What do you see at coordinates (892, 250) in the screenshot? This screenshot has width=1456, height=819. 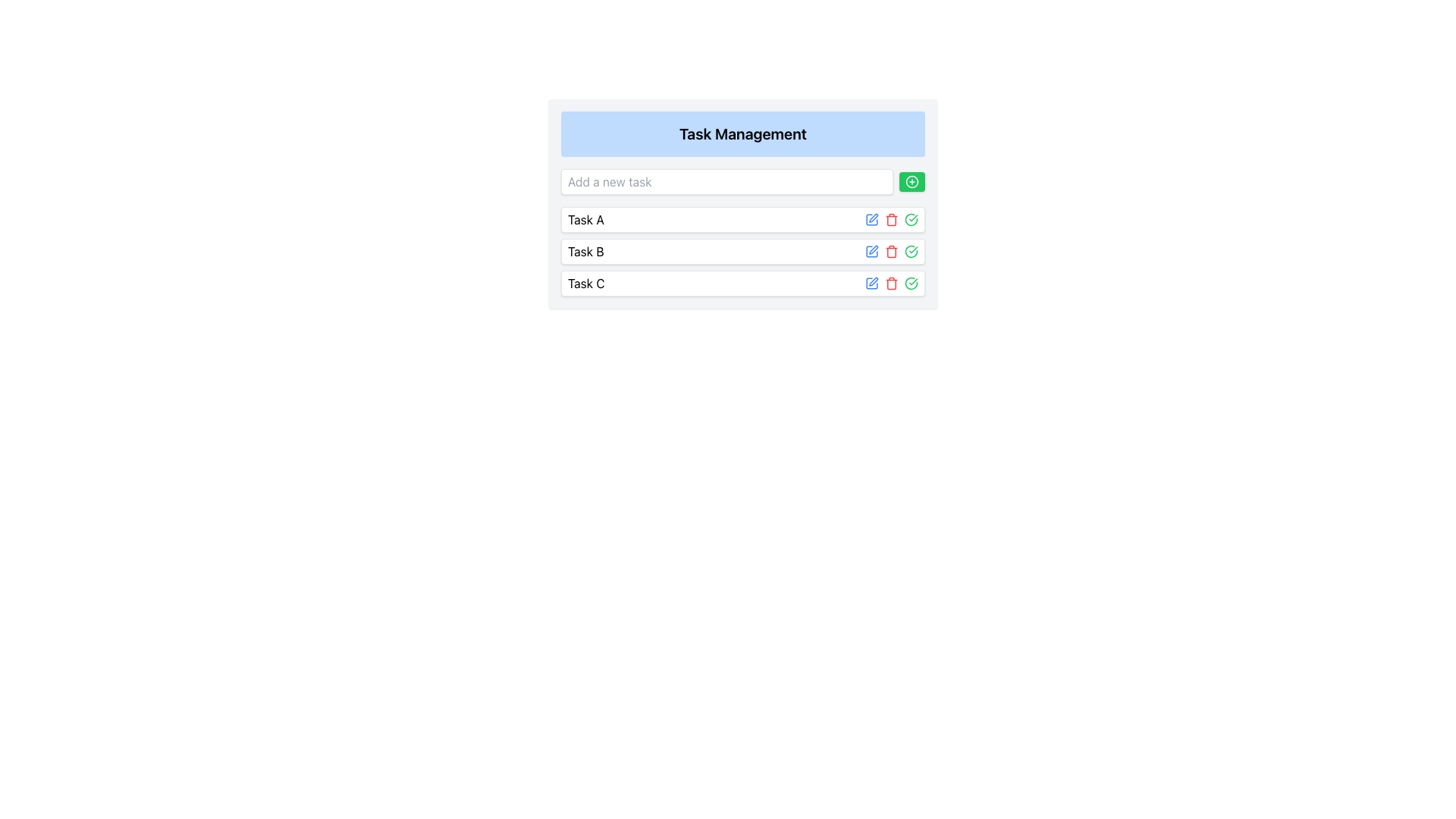 I see `the red trash can button in the 'Task B' row` at bounding box center [892, 250].